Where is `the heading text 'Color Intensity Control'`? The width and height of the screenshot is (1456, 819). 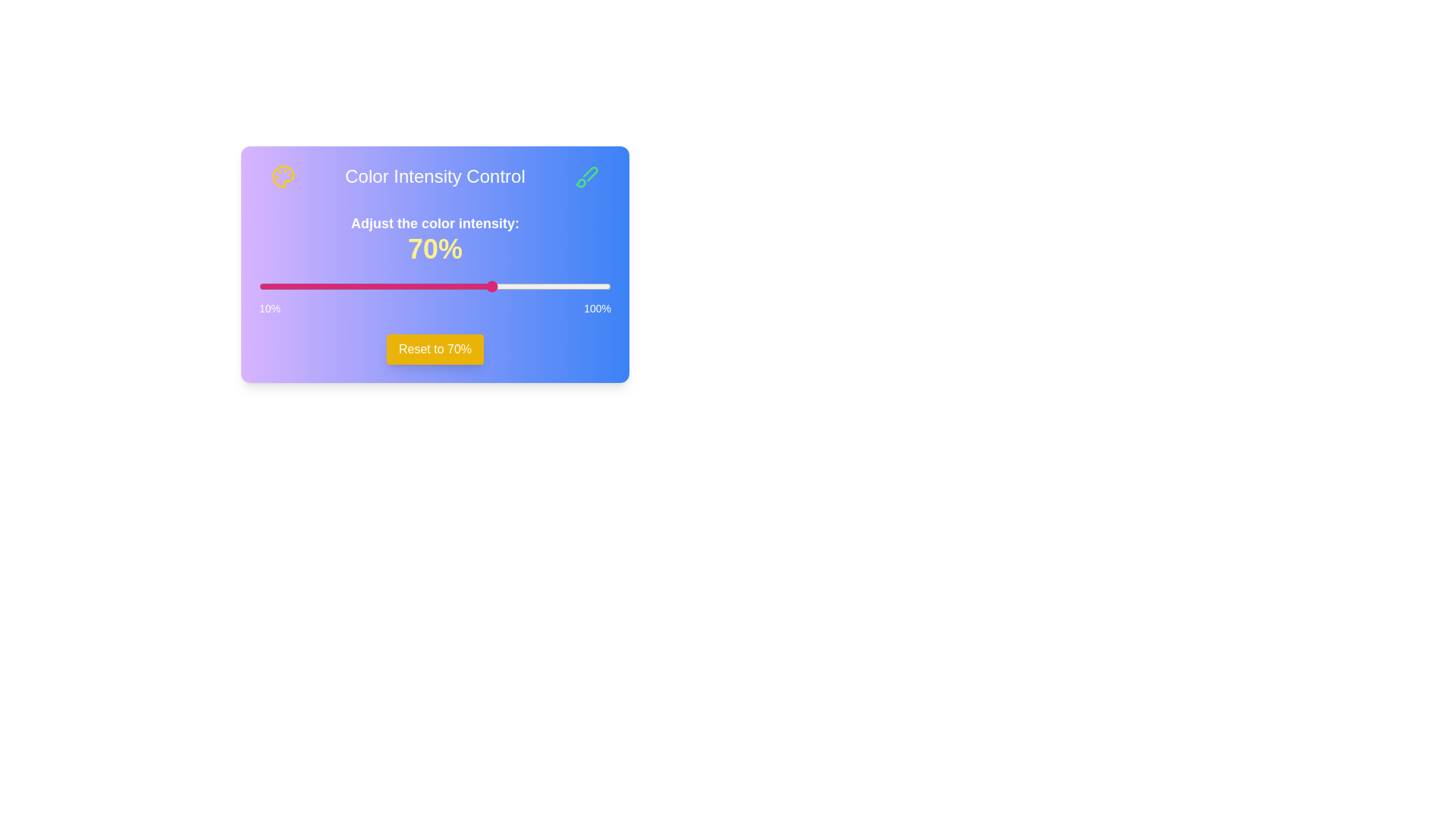
the heading text 'Color Intensity Control' is located at coordinates (435, 175).